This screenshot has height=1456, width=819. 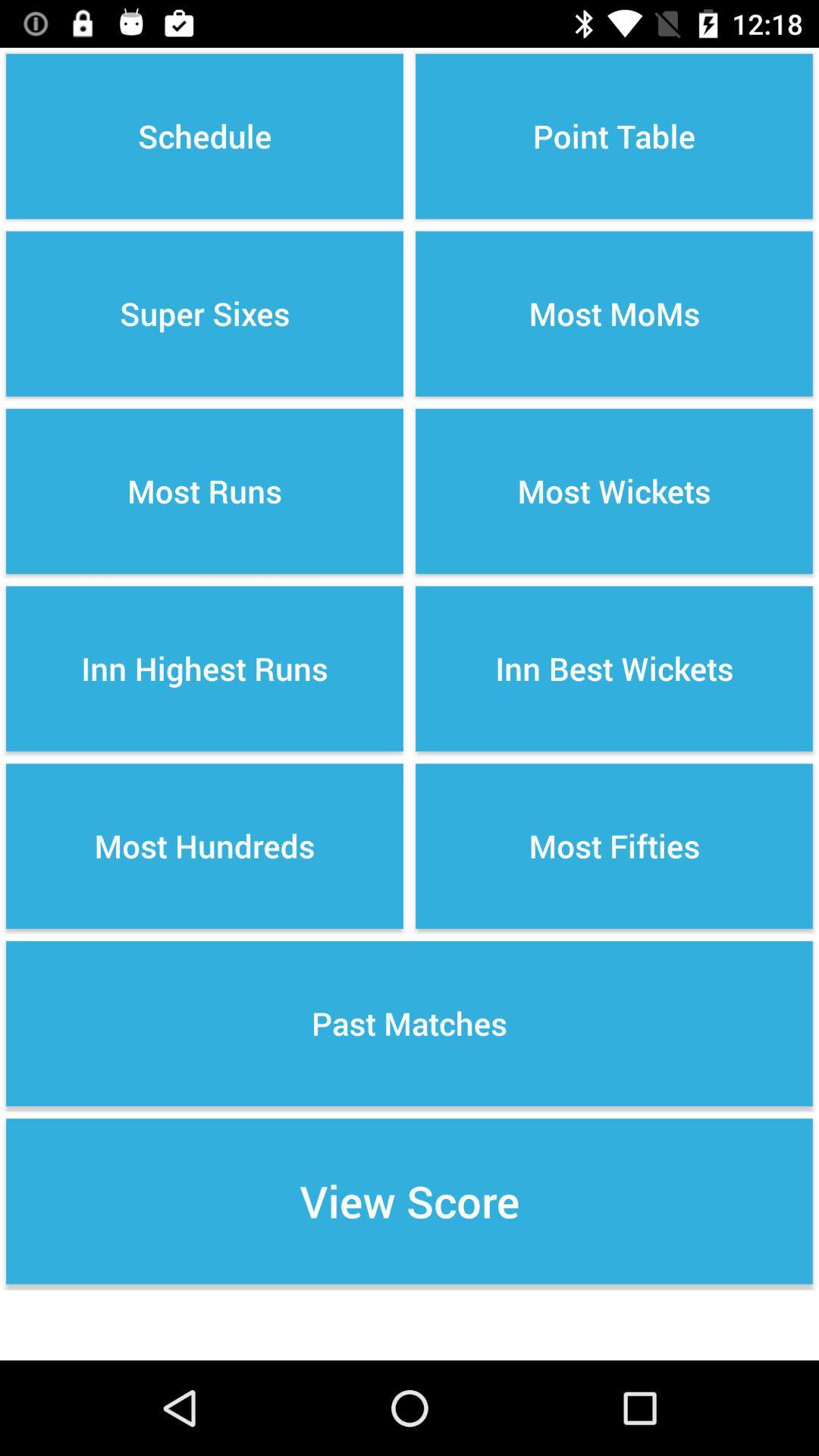 What do you see at coordinates (205, 312) in the screenshot?
I see `the item next to the point table` at bounding box center [205, 312].